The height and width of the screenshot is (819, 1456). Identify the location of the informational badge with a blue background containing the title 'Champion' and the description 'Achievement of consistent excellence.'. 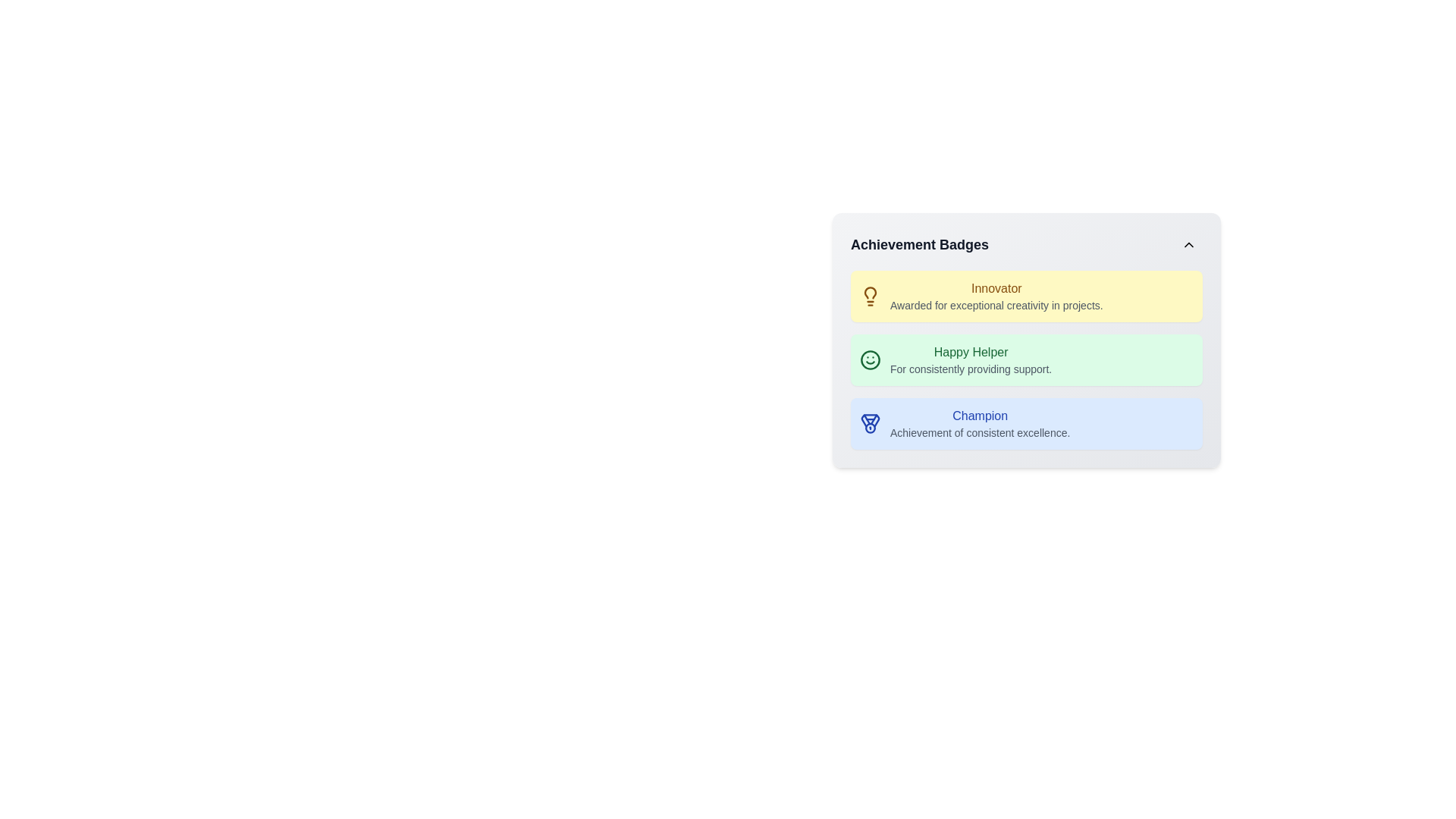
(1026, 424).